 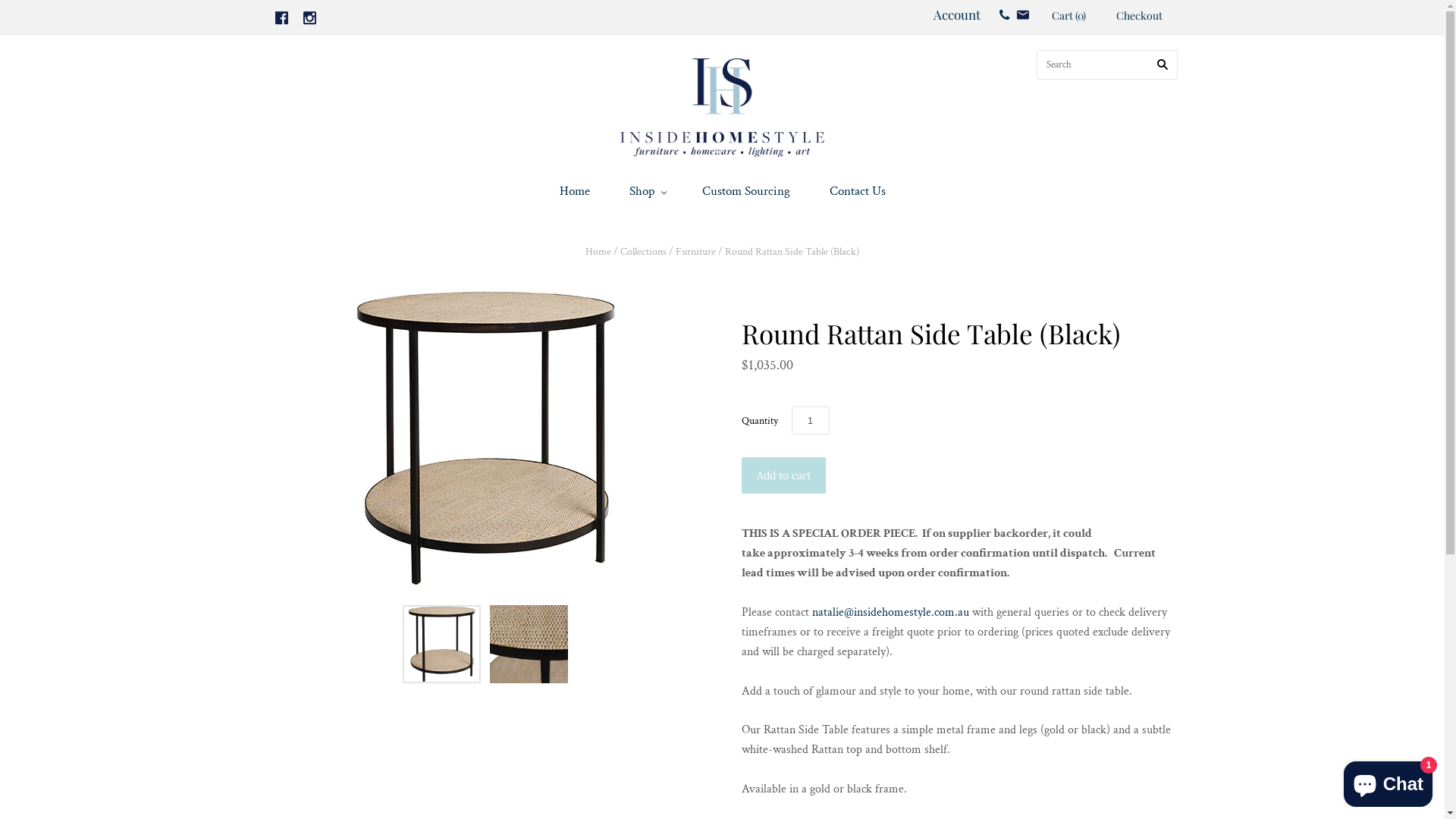 I want to click on 'Furniture', so click(x=675, y=250).